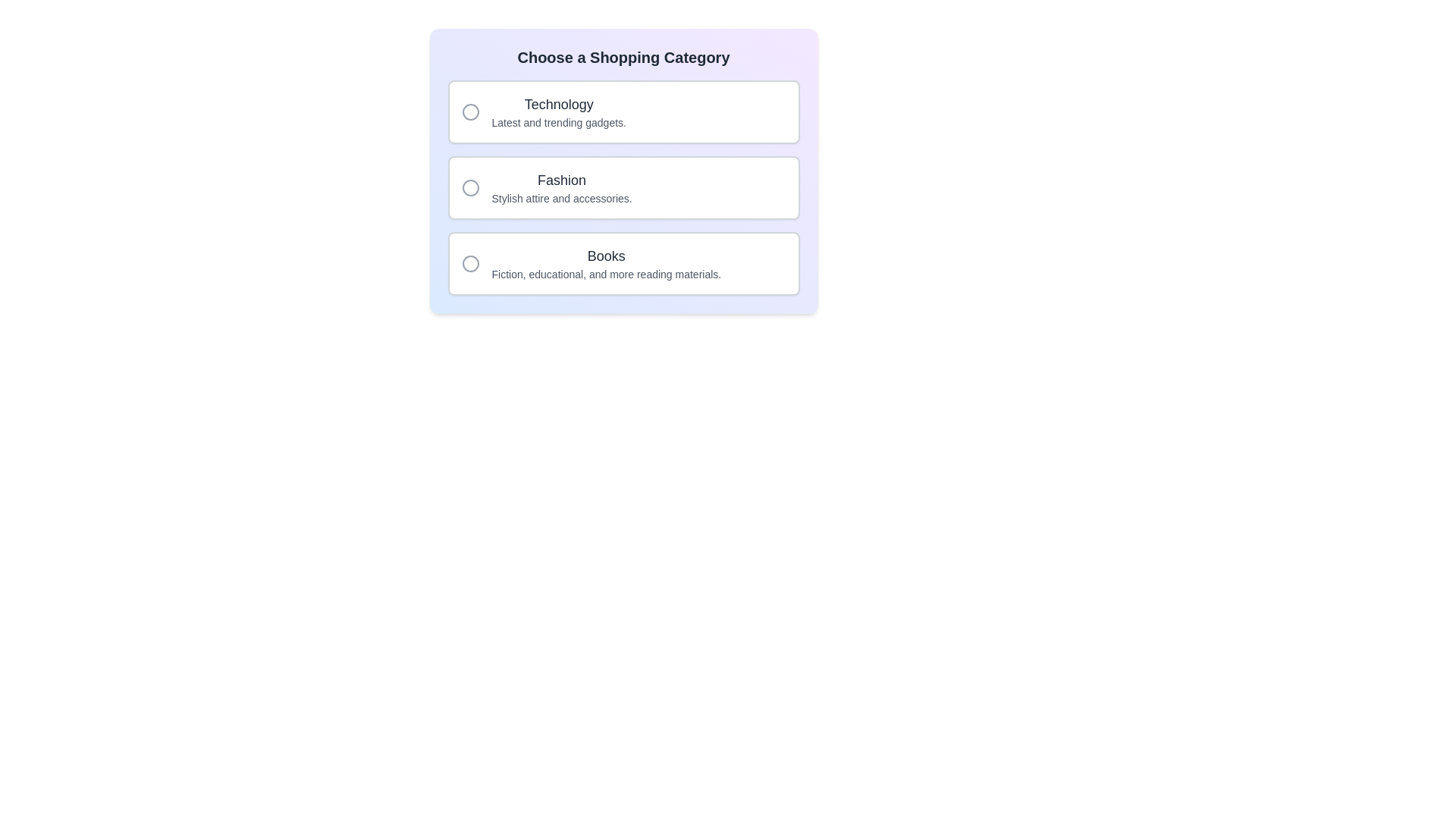 The height and width of the screenshot is (819, 1456). Describe the element at coordinates (469, 187) in the screenshot. I see `the gray radio button located to the left of the 'Fashion' text` at that location.